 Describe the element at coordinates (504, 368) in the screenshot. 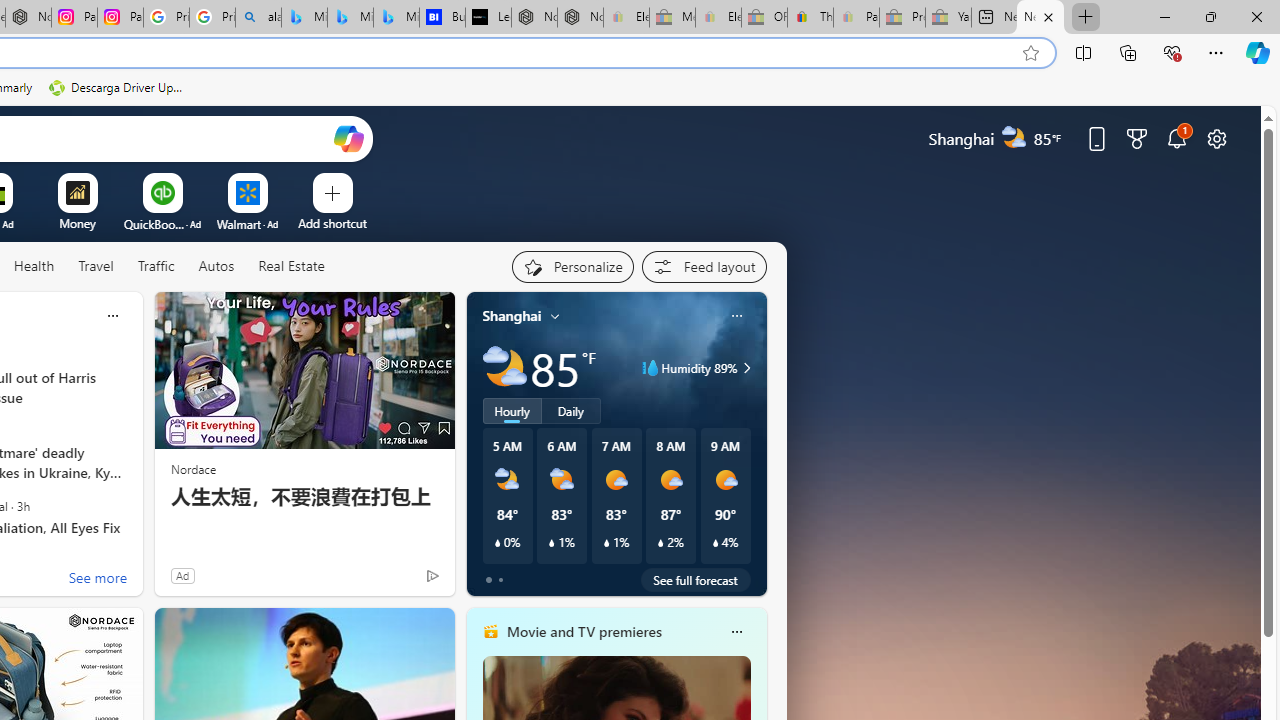

I see `'Partly cloudy'` at that location.